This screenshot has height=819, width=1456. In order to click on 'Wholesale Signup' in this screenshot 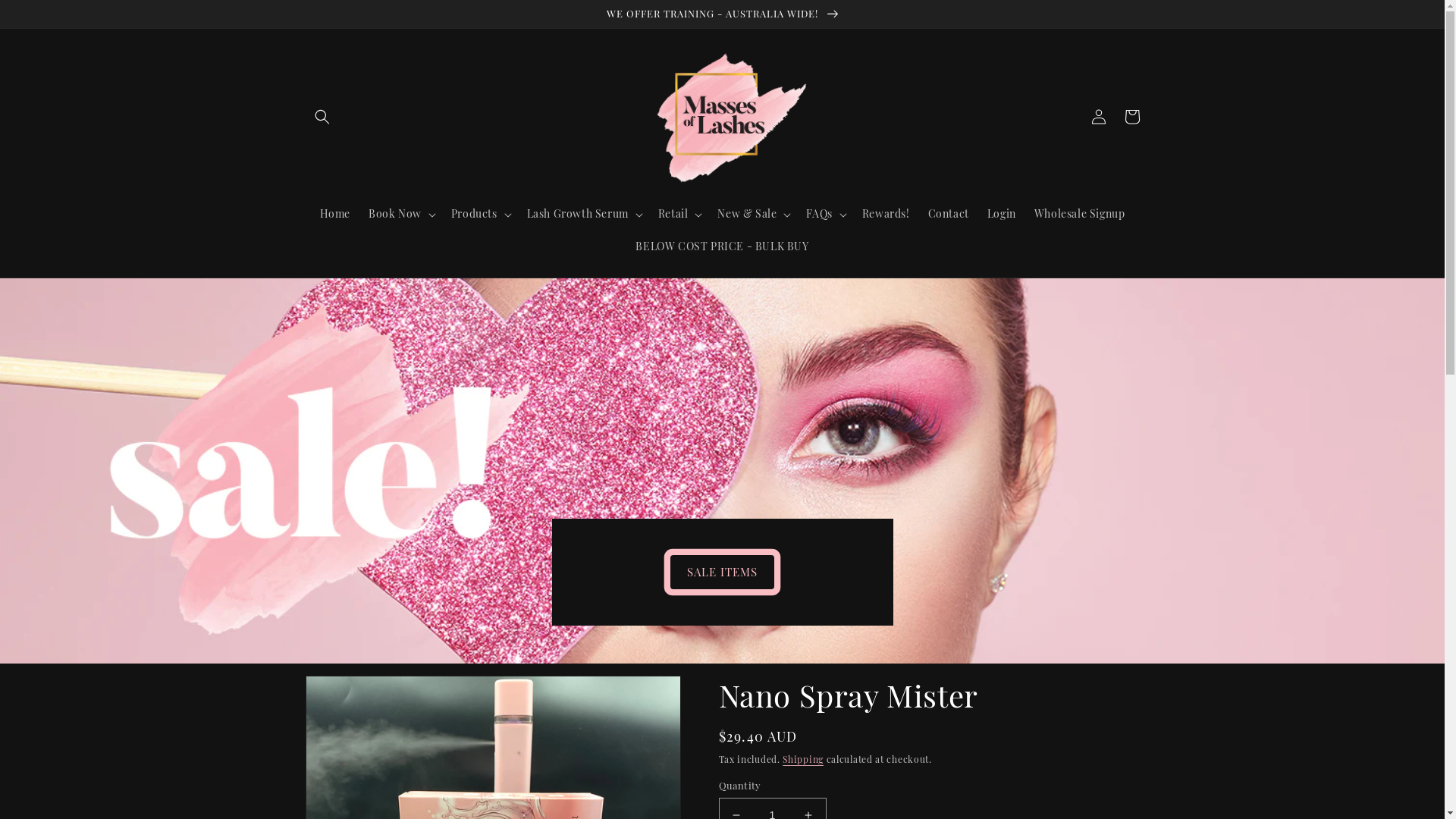, I will do `click(1025, 213)`.